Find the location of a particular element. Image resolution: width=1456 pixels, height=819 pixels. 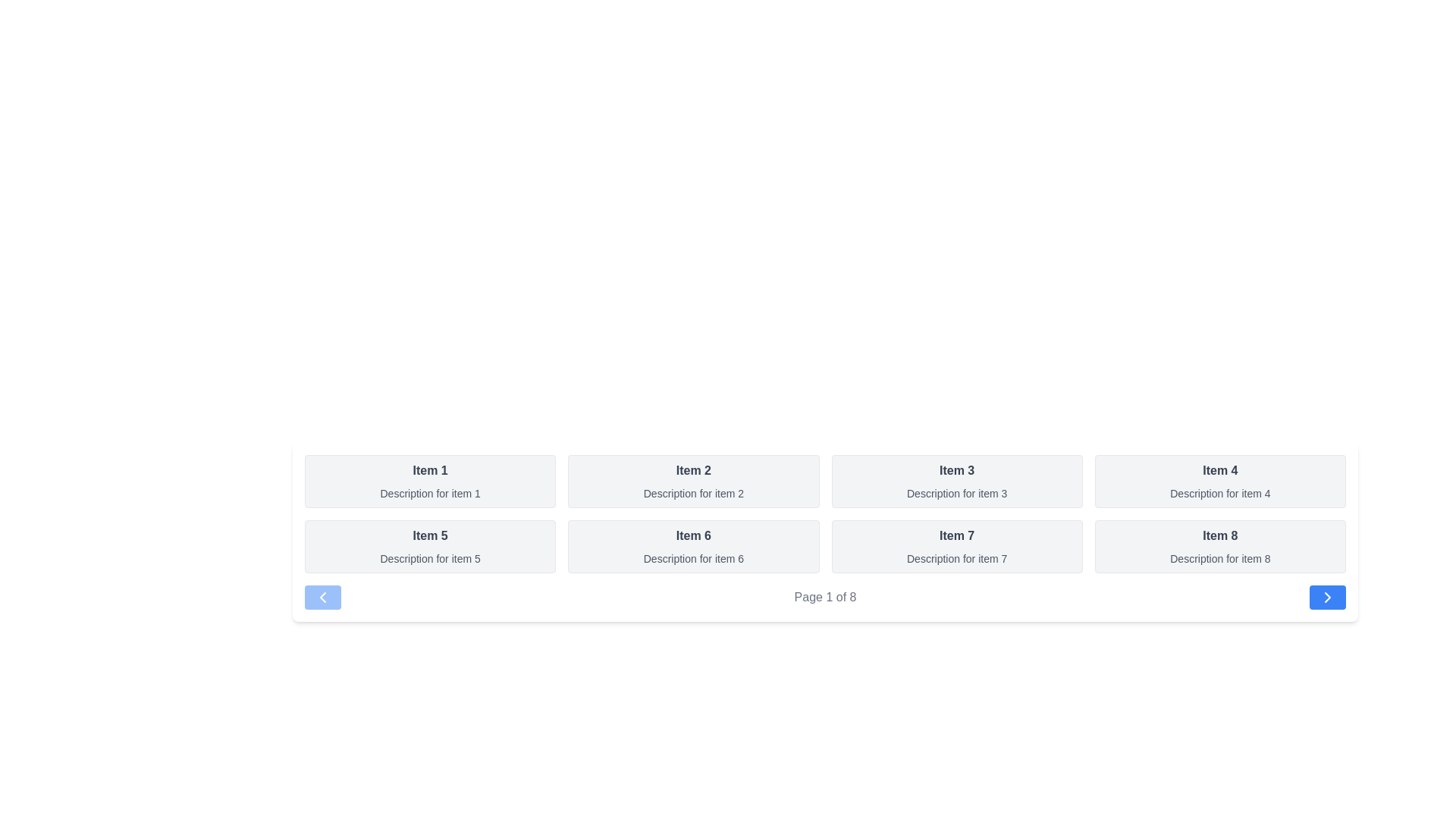

the text label 'Item 3' styled in bold with dark gray color is located at coordinates (956, 470).